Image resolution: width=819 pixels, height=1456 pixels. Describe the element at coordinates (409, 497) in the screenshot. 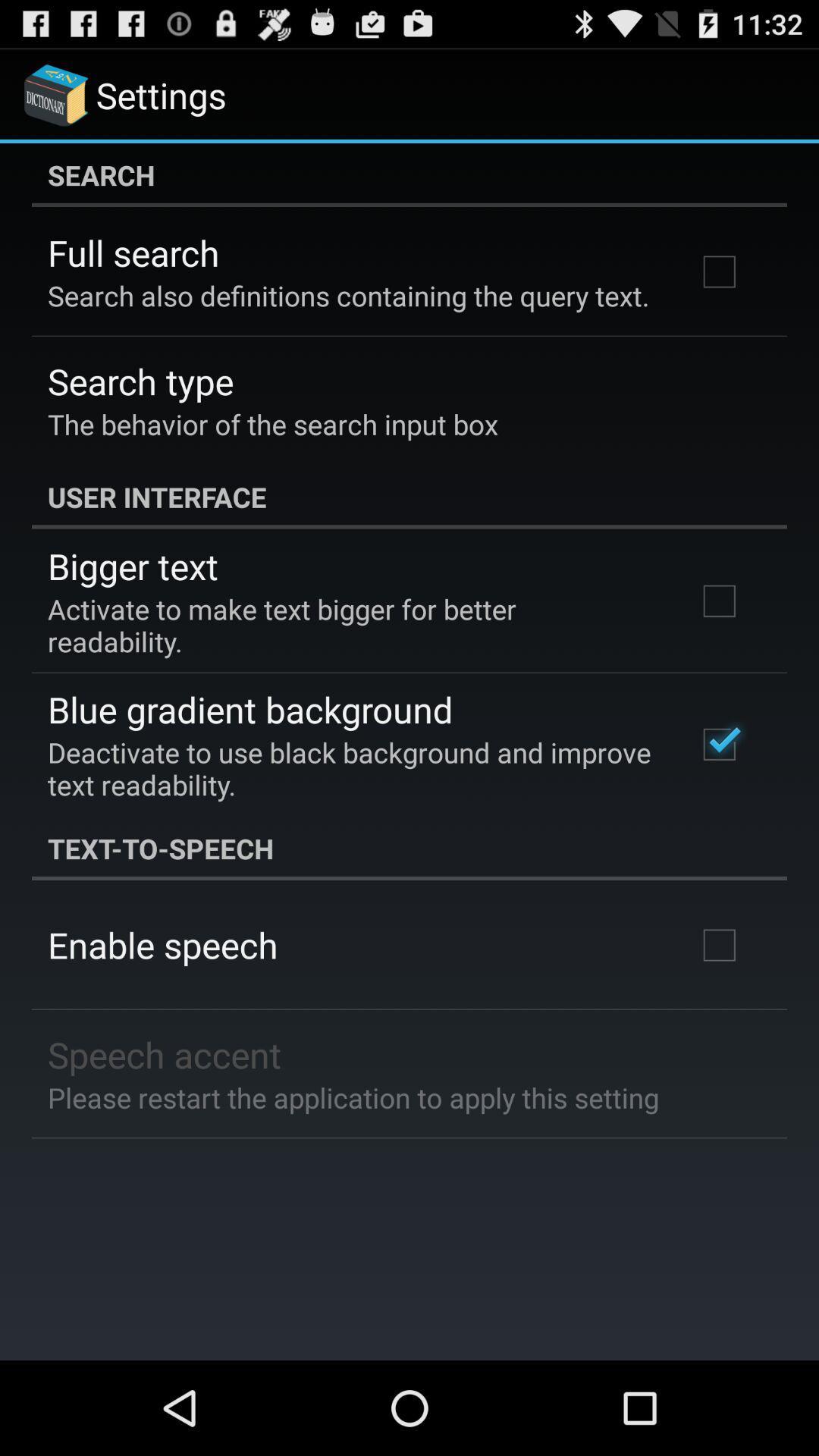

I see `the user interface icon` at that location.